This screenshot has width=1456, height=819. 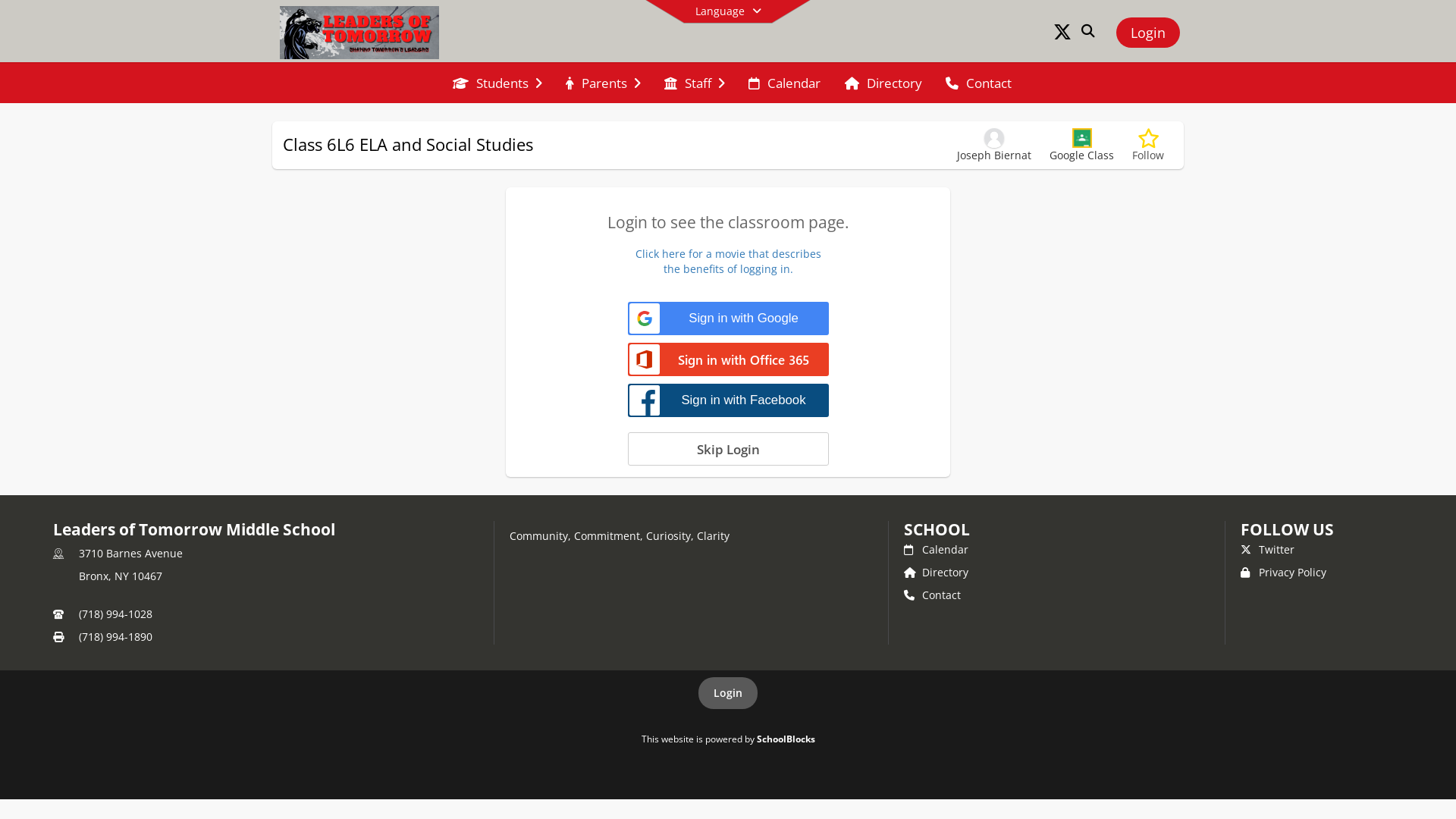 I want to click on 'Follow', so click(x=1147, y=145).